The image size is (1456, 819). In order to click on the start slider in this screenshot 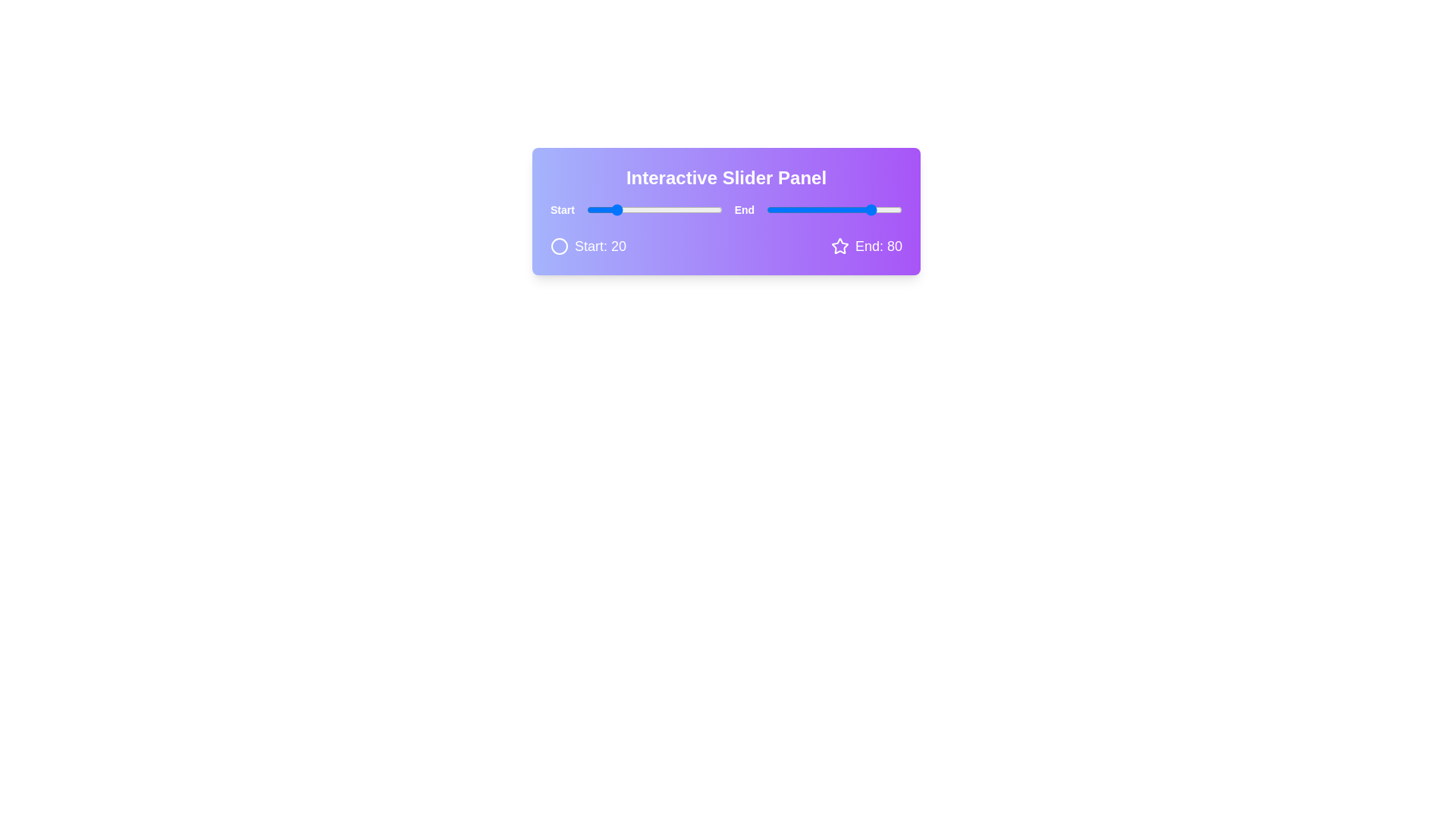, I will do `click(648, 210)`.